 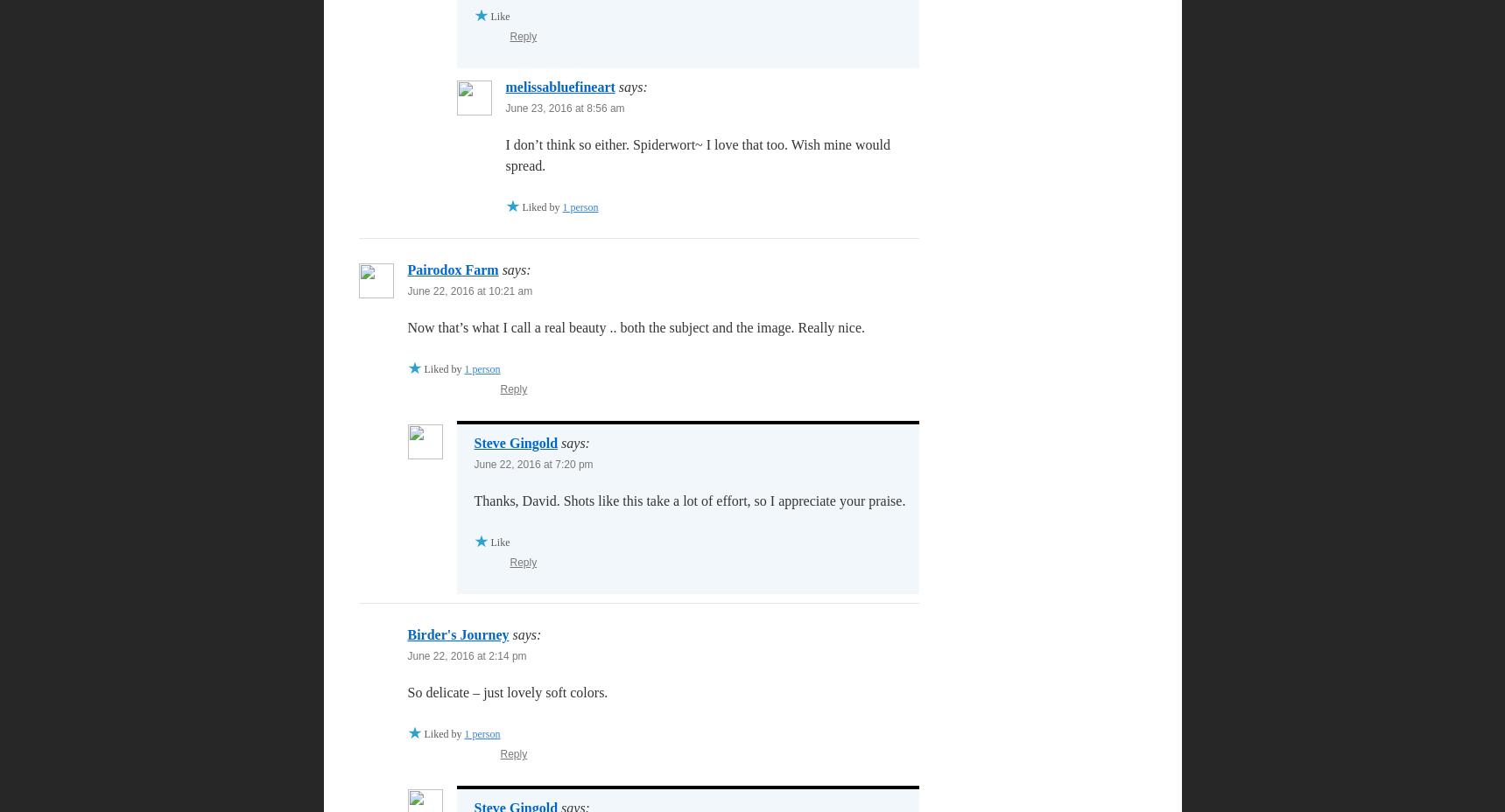 I want to click on 'Thanks, David.  Shots like this take a lot of effort, so I appreciate your praise.', so click(x=688, y=500).